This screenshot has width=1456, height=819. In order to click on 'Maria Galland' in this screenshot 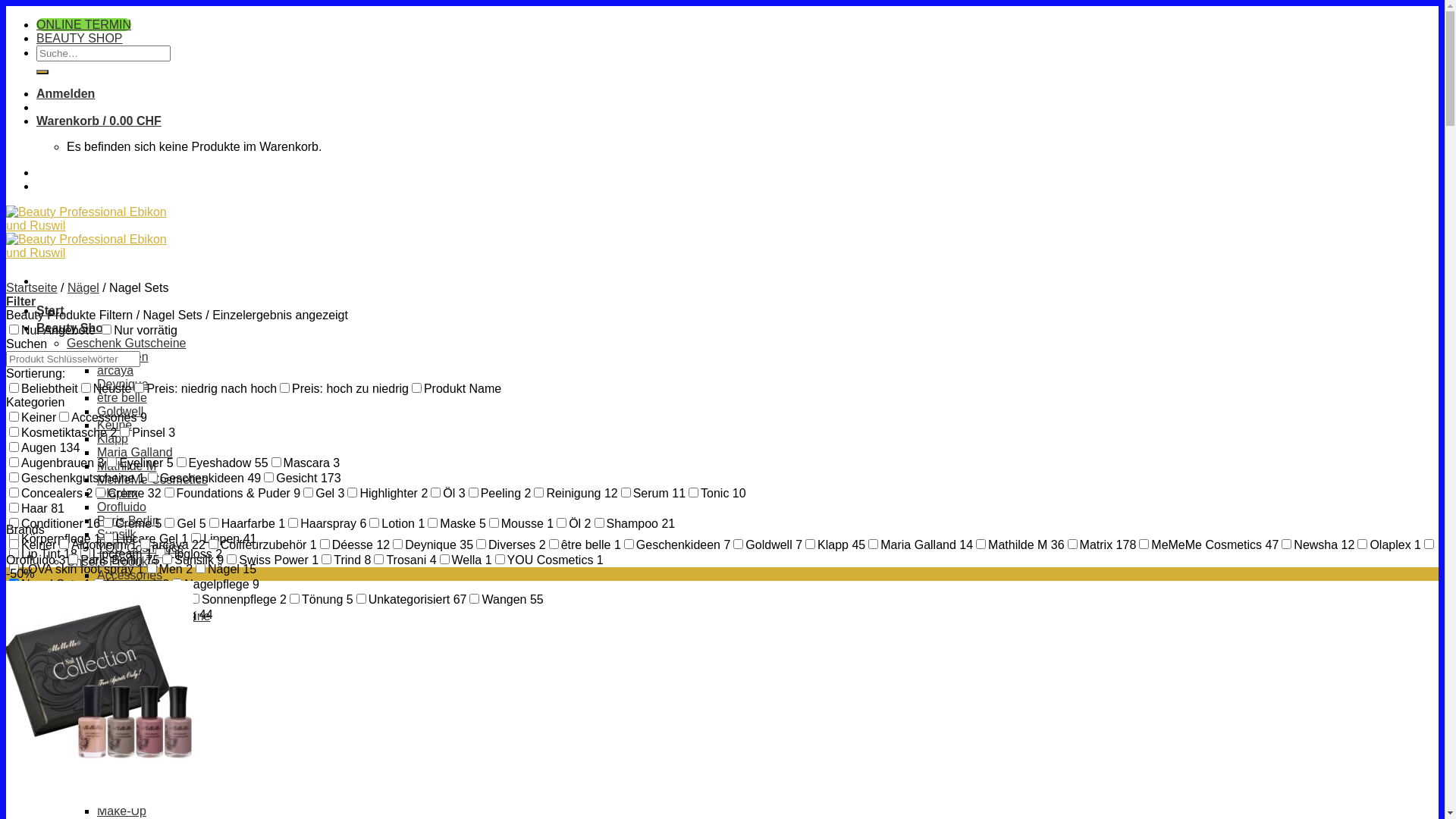, I will do `click(134, 451)`.